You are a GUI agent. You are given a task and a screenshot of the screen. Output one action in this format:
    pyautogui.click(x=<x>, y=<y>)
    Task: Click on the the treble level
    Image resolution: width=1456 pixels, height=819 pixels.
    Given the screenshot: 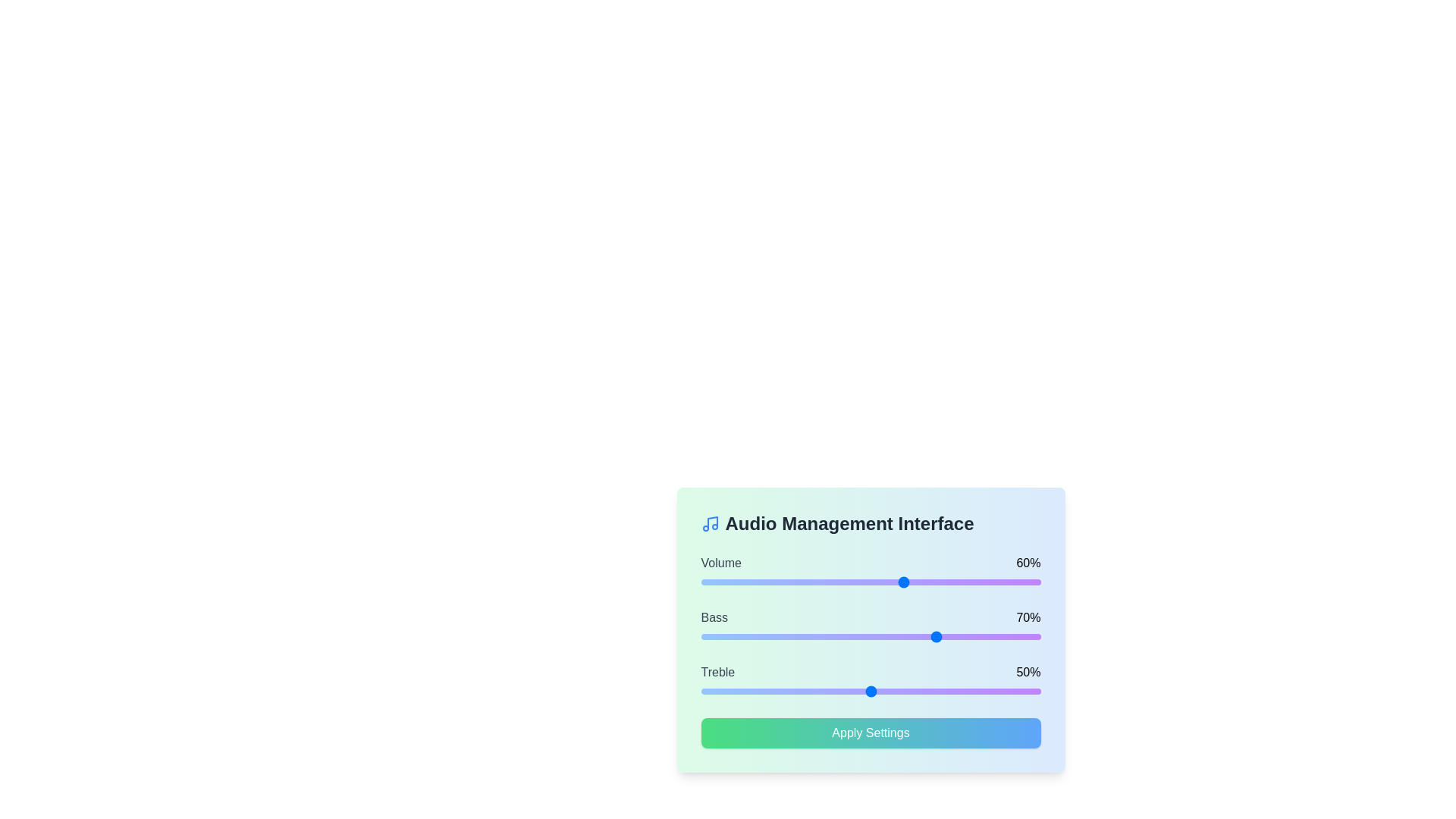 What is the action you would take?
    pyautogui.click(x=805, y=691)
    